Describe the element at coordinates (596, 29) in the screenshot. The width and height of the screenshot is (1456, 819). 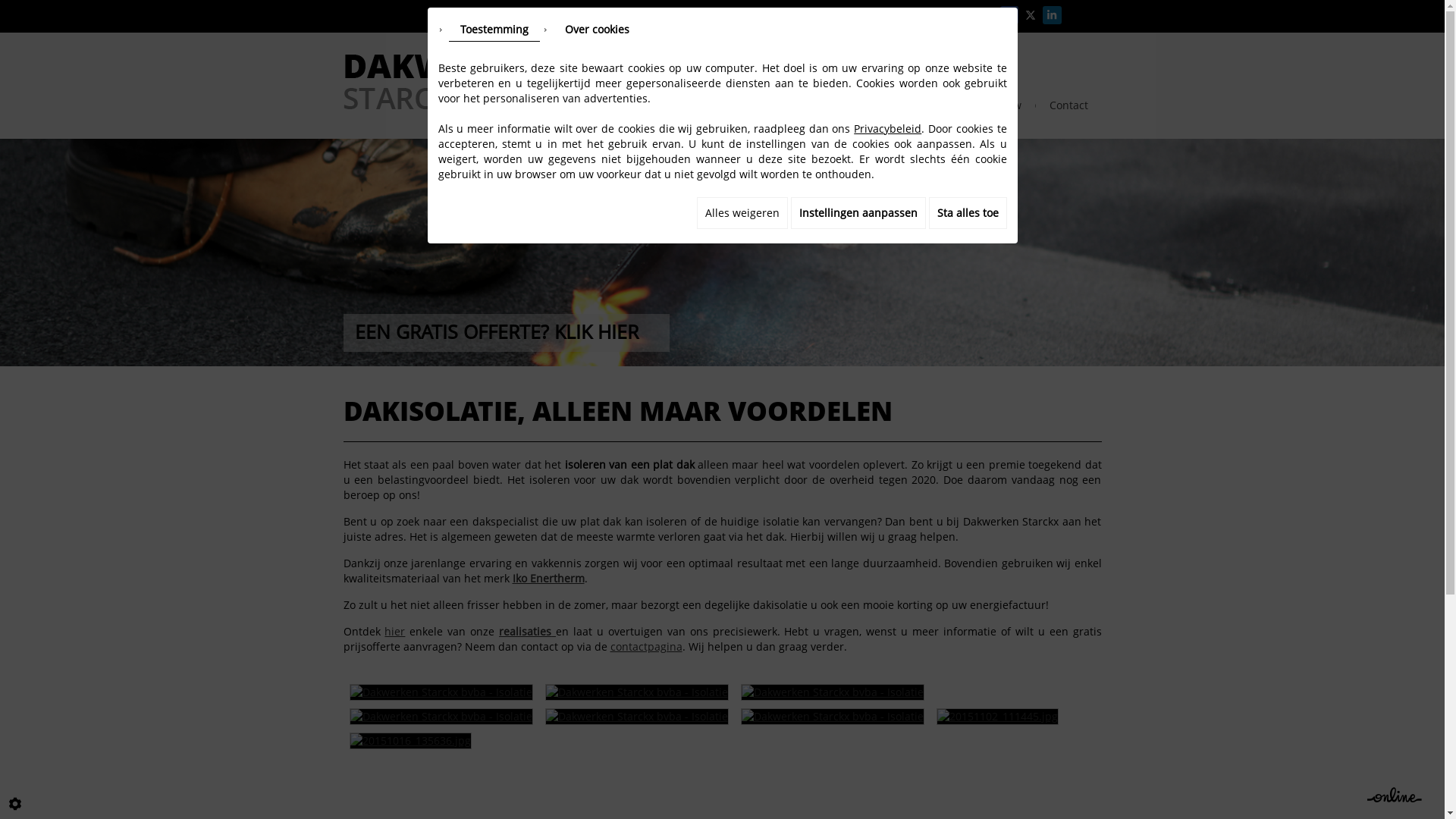
I see `'Over cookies'` at that location.